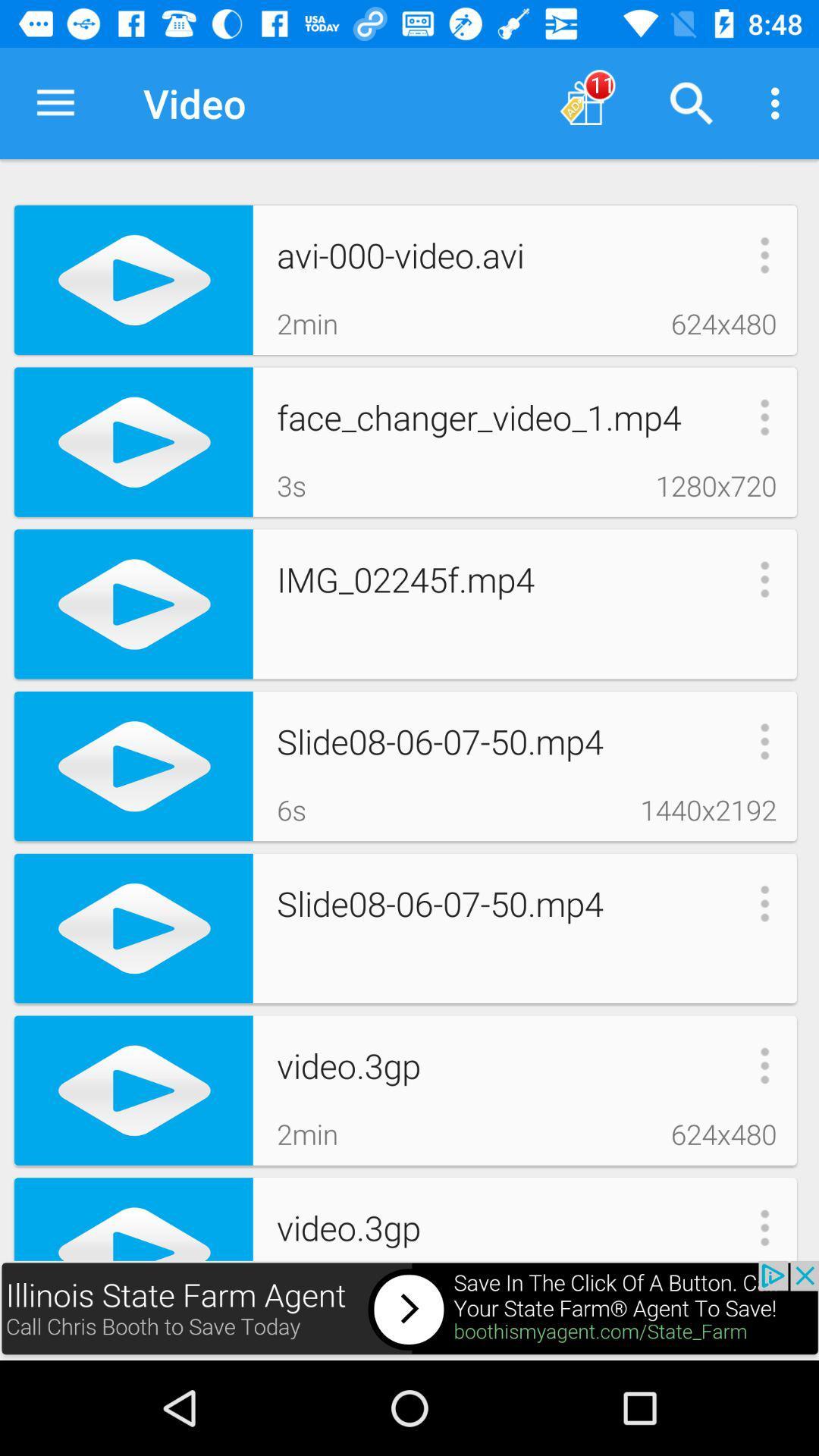 The image size is (819, 1456). What do you see at coordinates (409, 1310) in the screenshot?
I see `open advertisement` at bounding box center [409, 1310].